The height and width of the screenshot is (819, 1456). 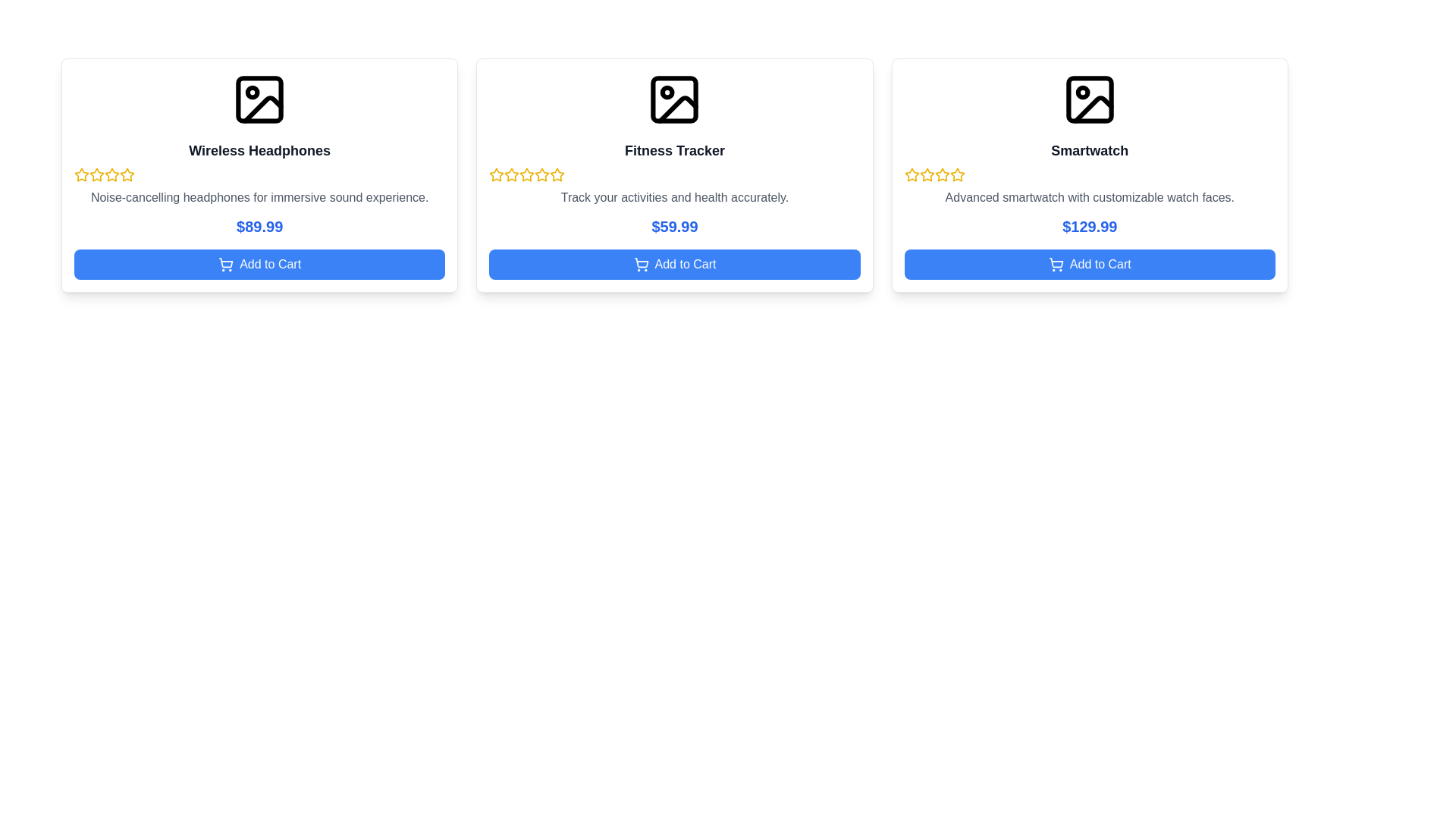 I want to click on the first rating star icon for the Smartwatch product, which is part of a horizontal sequence of five stars used to assess the product's rating, so click(x=911, y=174).